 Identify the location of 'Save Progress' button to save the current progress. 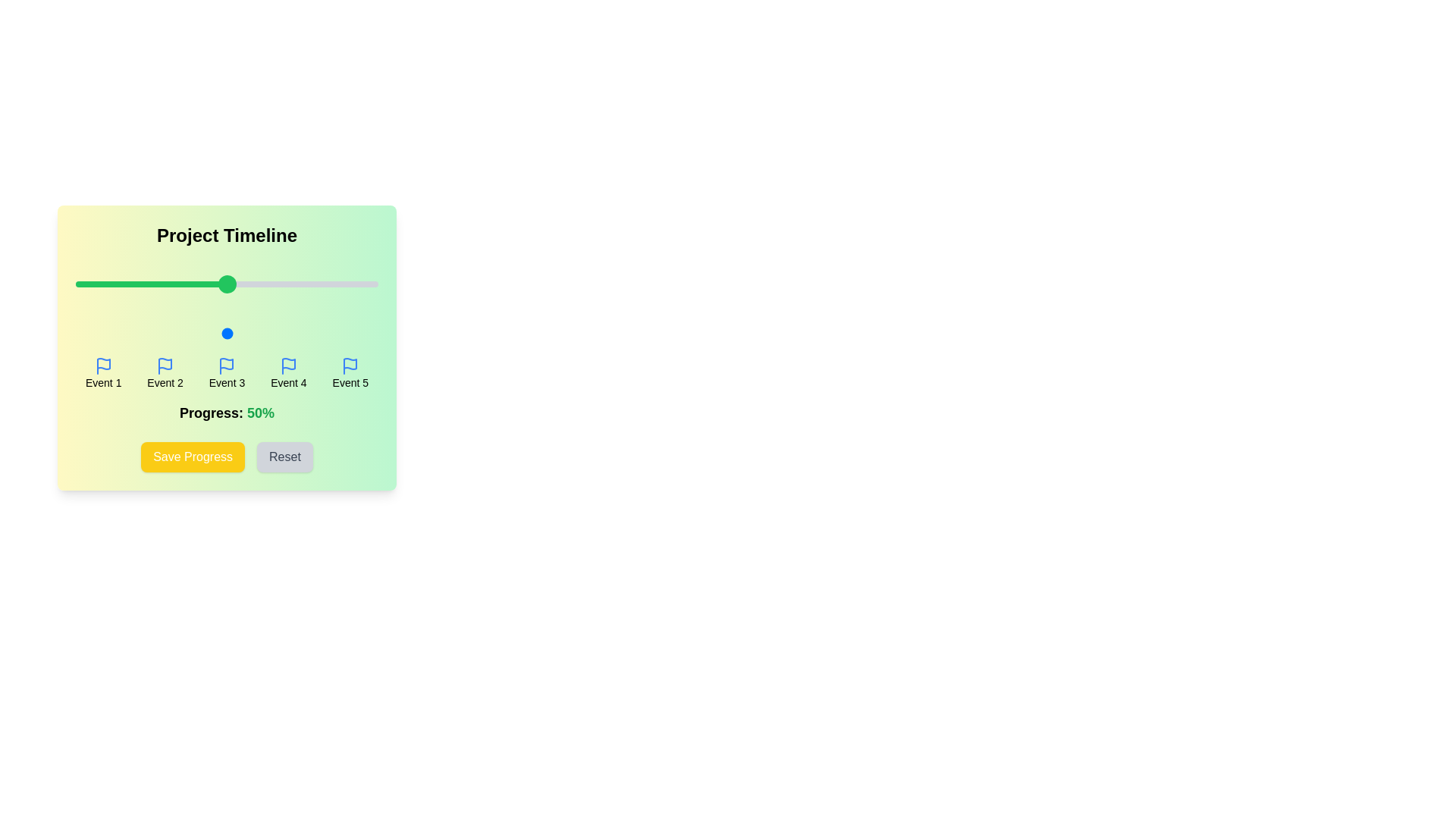
(192, 456).